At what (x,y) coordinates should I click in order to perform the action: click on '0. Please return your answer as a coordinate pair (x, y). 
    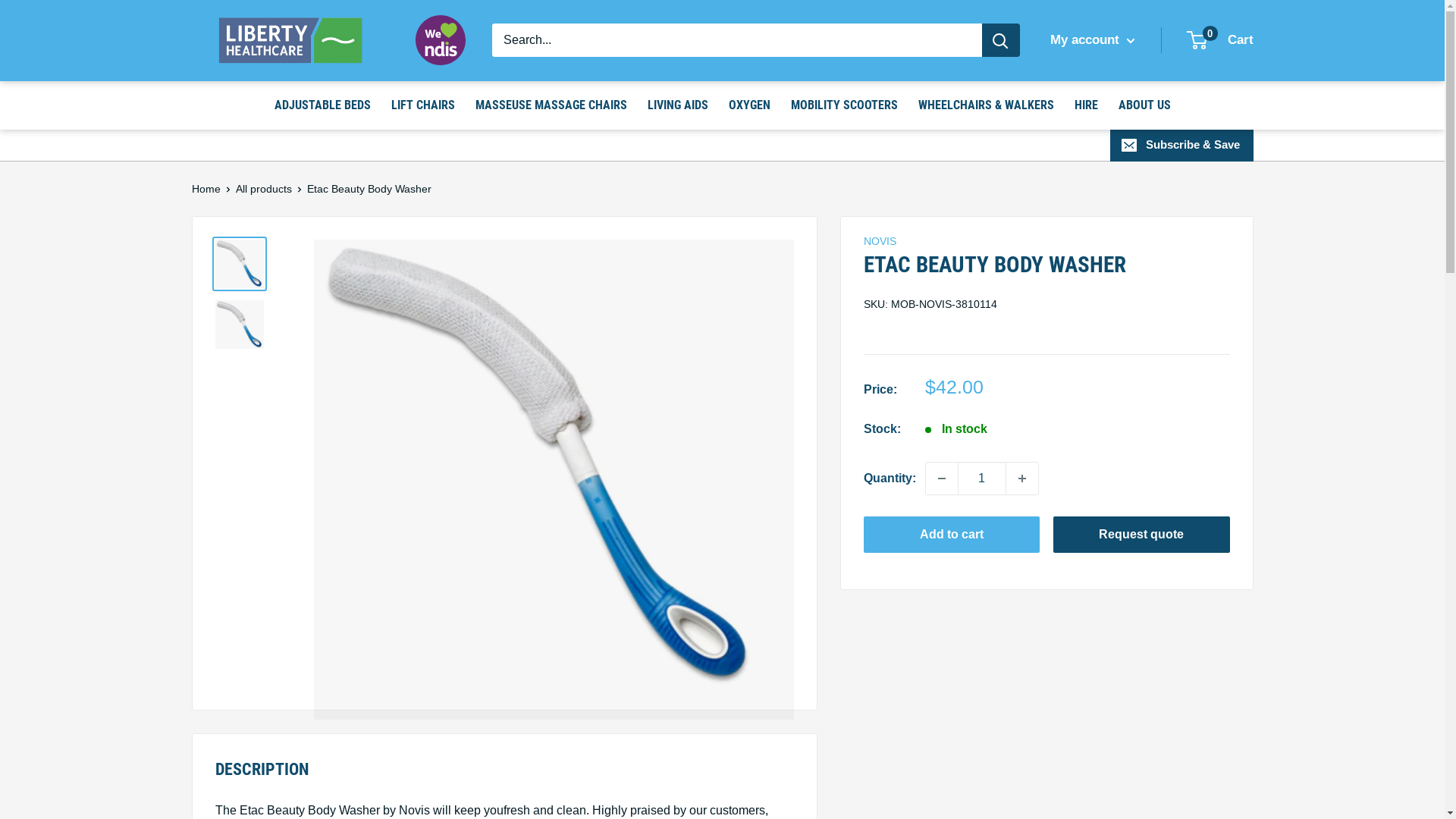
    Looking at the image, I should click on (1219, 39).